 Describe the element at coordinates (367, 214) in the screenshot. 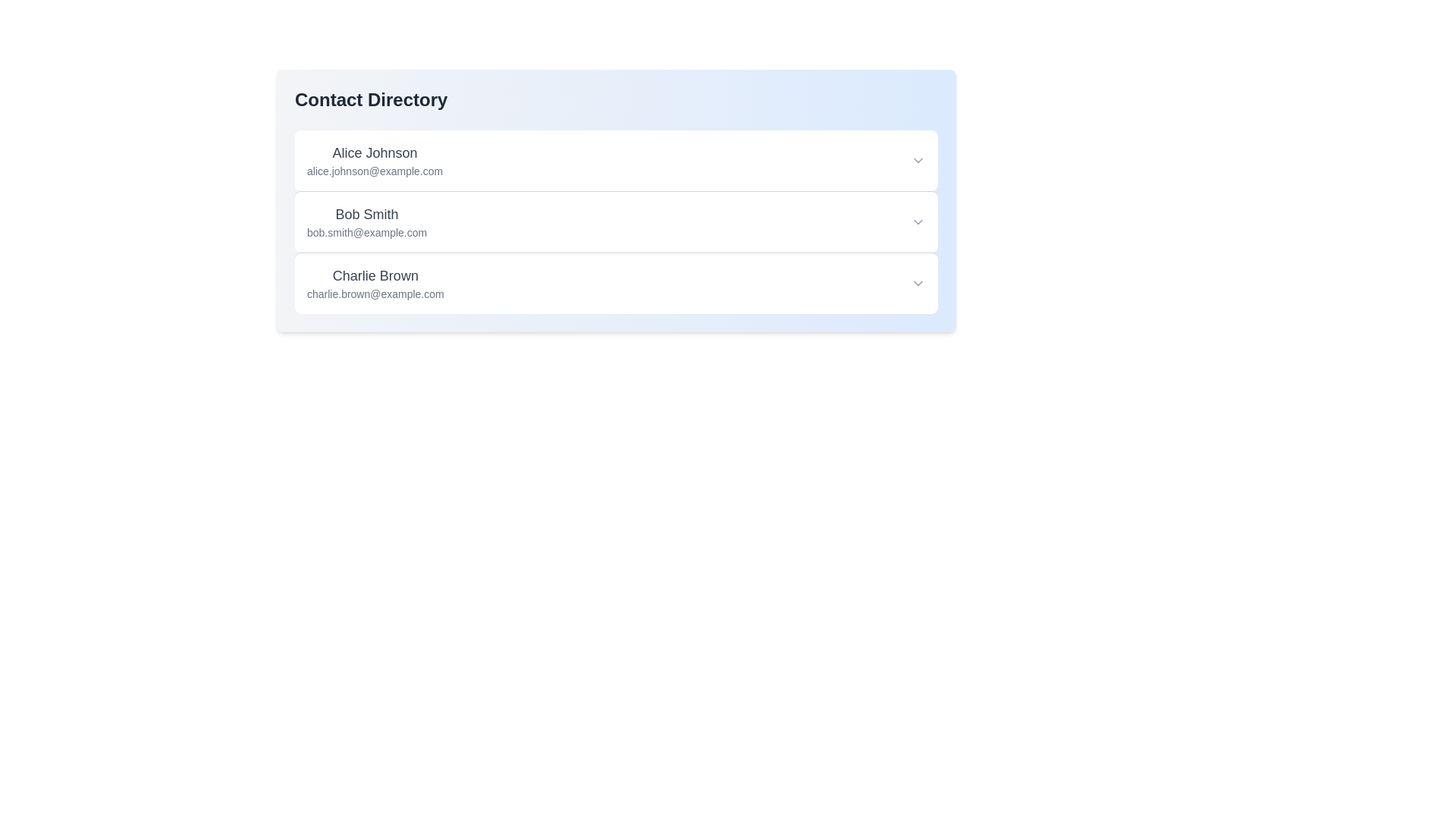

I see `the text label that serves as the heading for the contact information in the second contact card, which identifies the contact's name` at that location.